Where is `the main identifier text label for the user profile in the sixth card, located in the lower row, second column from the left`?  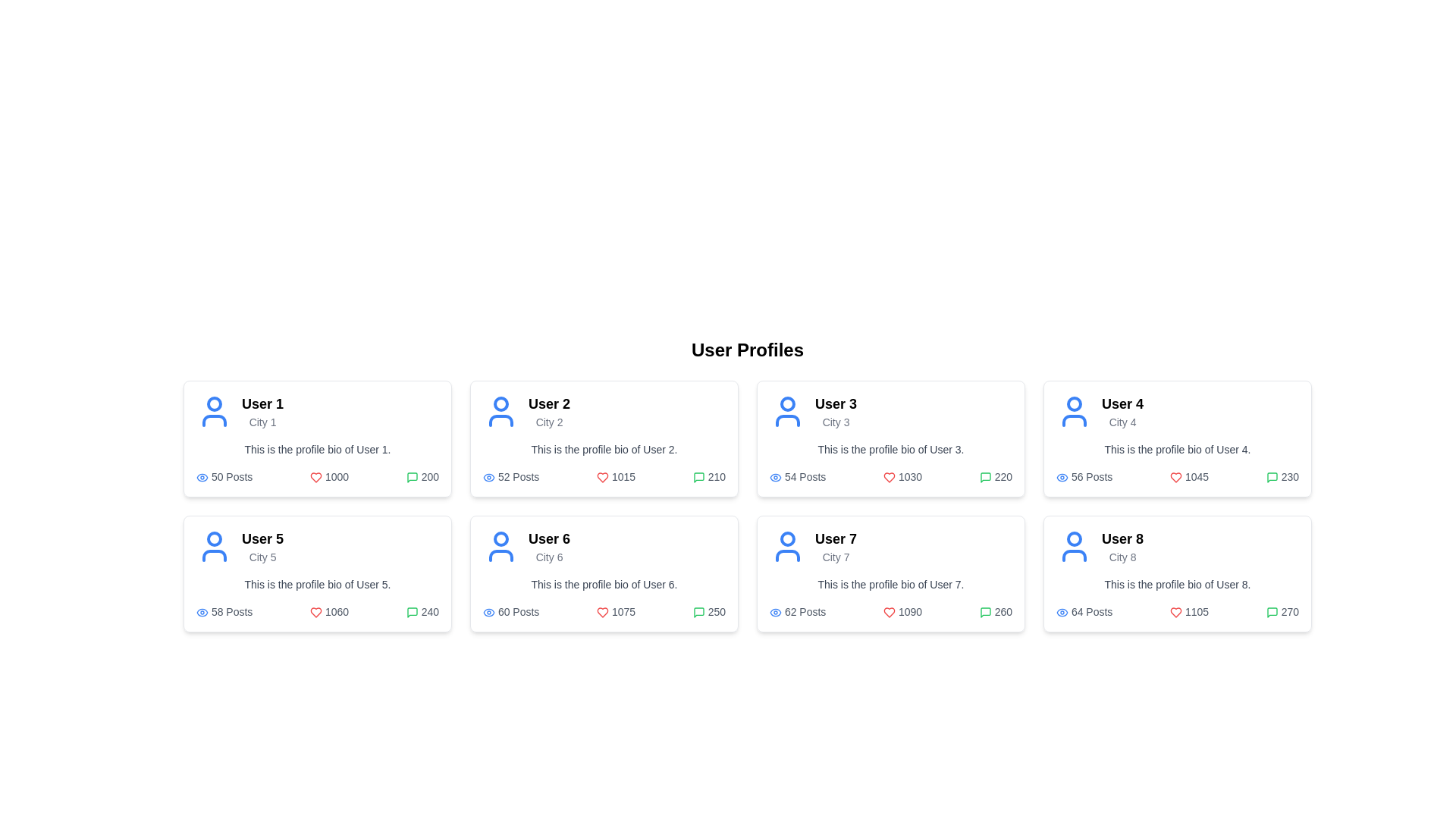 the main identifier text label for the user profile in the sixth card, located in the lower row, second column from the left is located at coordinates (548, 538).